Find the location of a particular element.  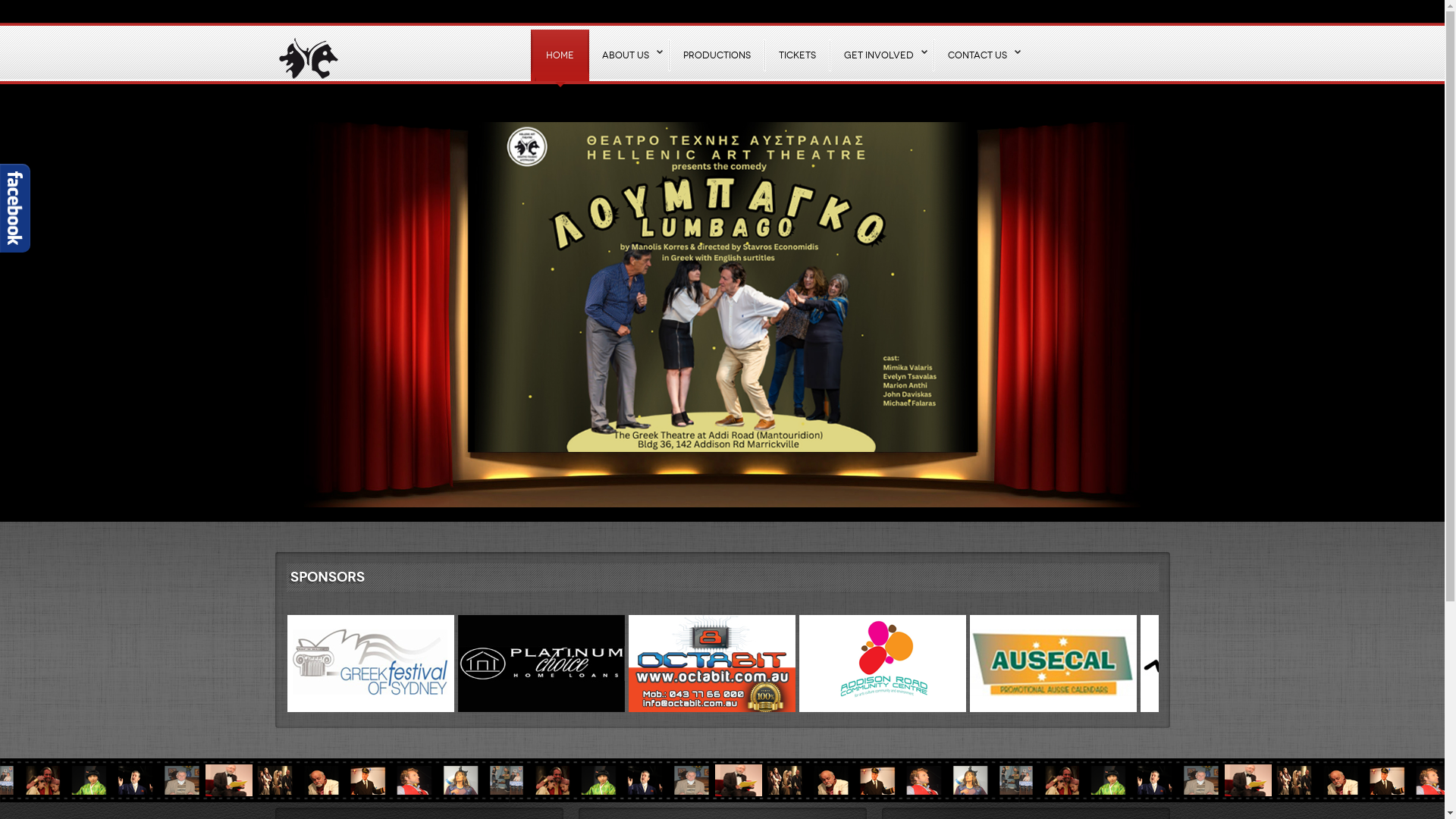

'HOME' is located at coordinates (558, 55).